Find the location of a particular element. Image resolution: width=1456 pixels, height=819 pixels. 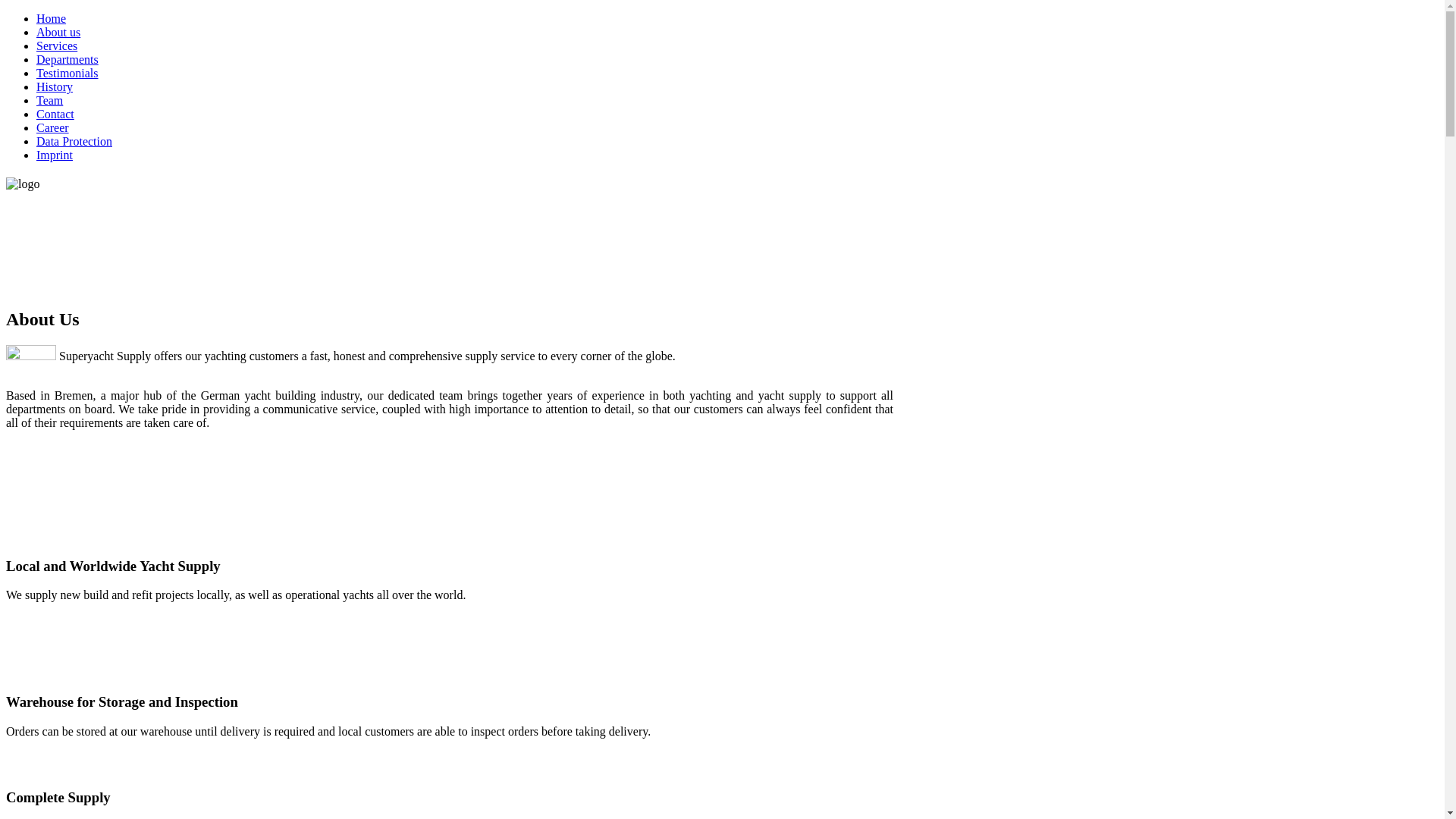

'Services' is located at coordinates (57, 45).